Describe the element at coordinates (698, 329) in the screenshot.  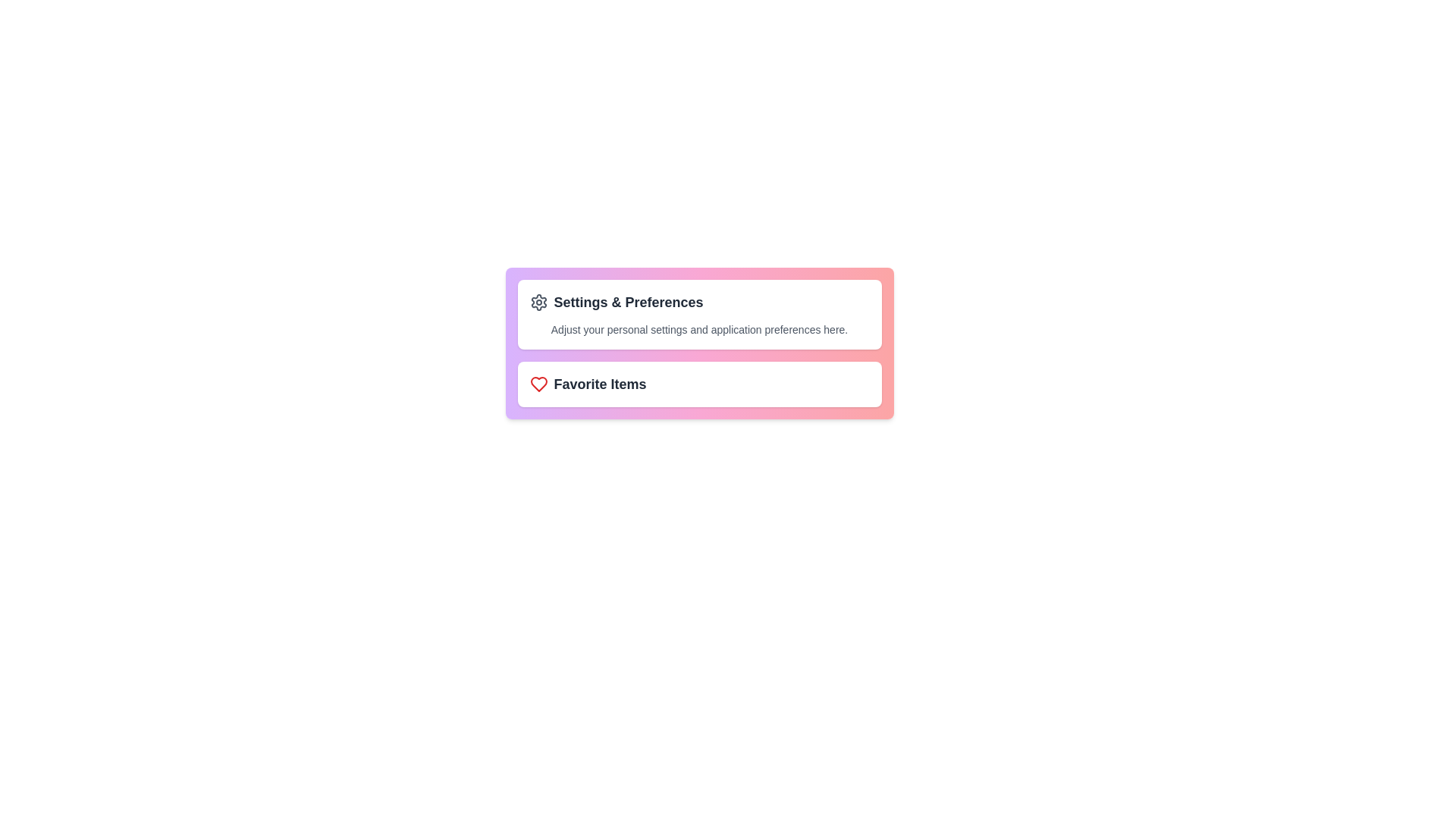
I see `the static informational text that reads 'Adjust your personal settings and application preferences here.', which is located below the 'Settings & Preferences' header` at that location.